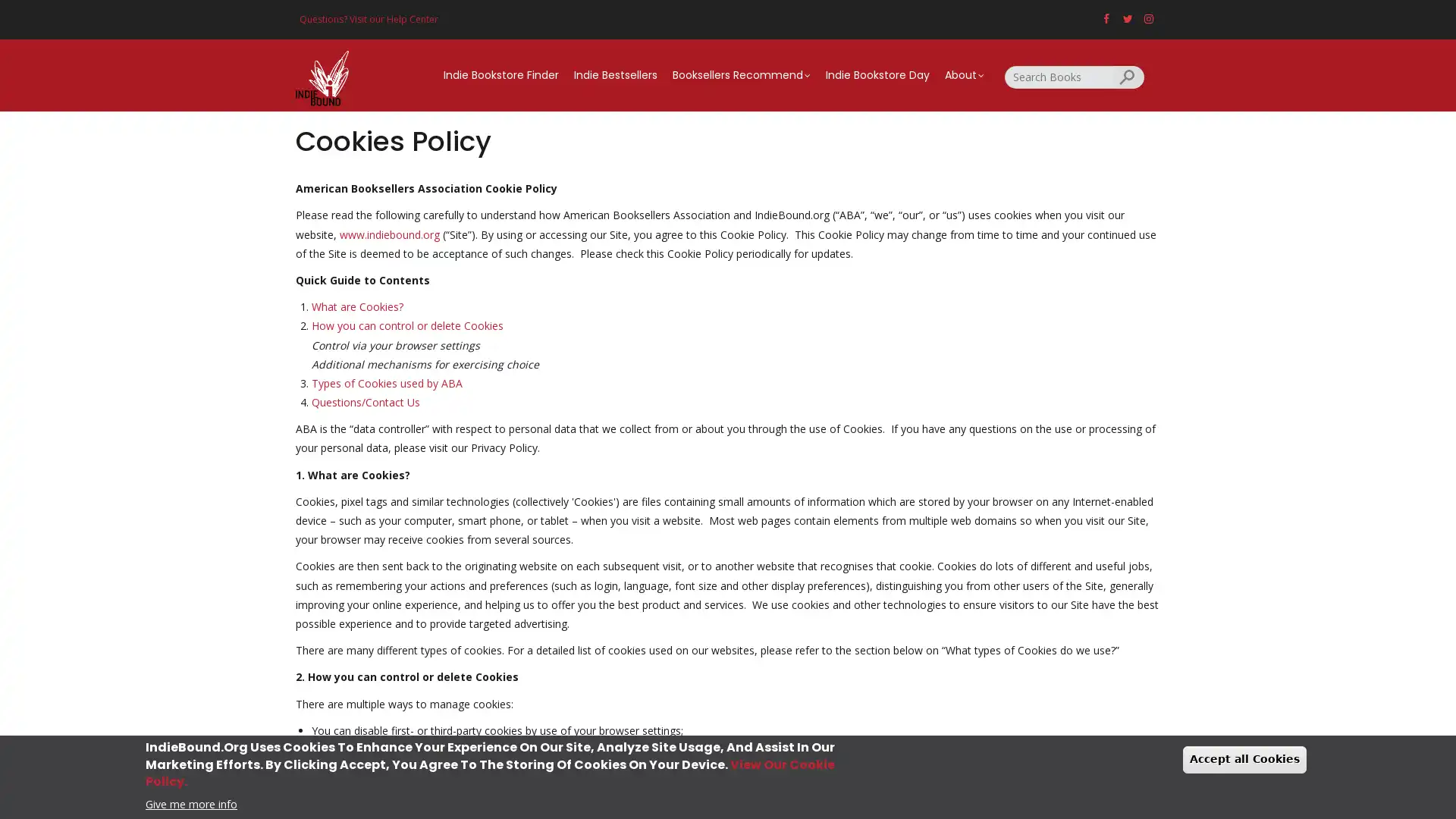  Describe the element at coordinates (1244, 759) in the screenshot. I see `Accept all Cookies` at that location.